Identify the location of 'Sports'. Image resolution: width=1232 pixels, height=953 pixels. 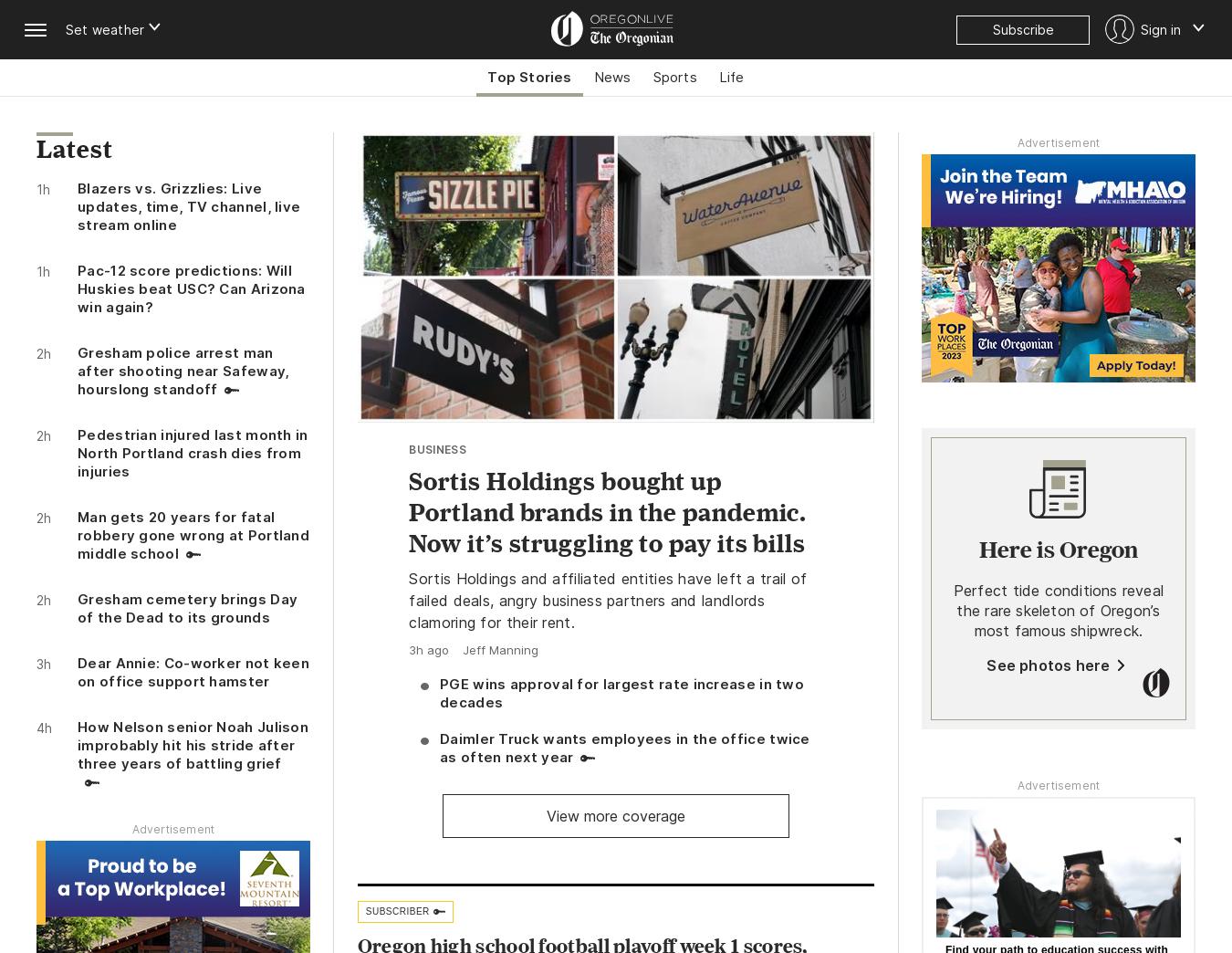
(673, 76).